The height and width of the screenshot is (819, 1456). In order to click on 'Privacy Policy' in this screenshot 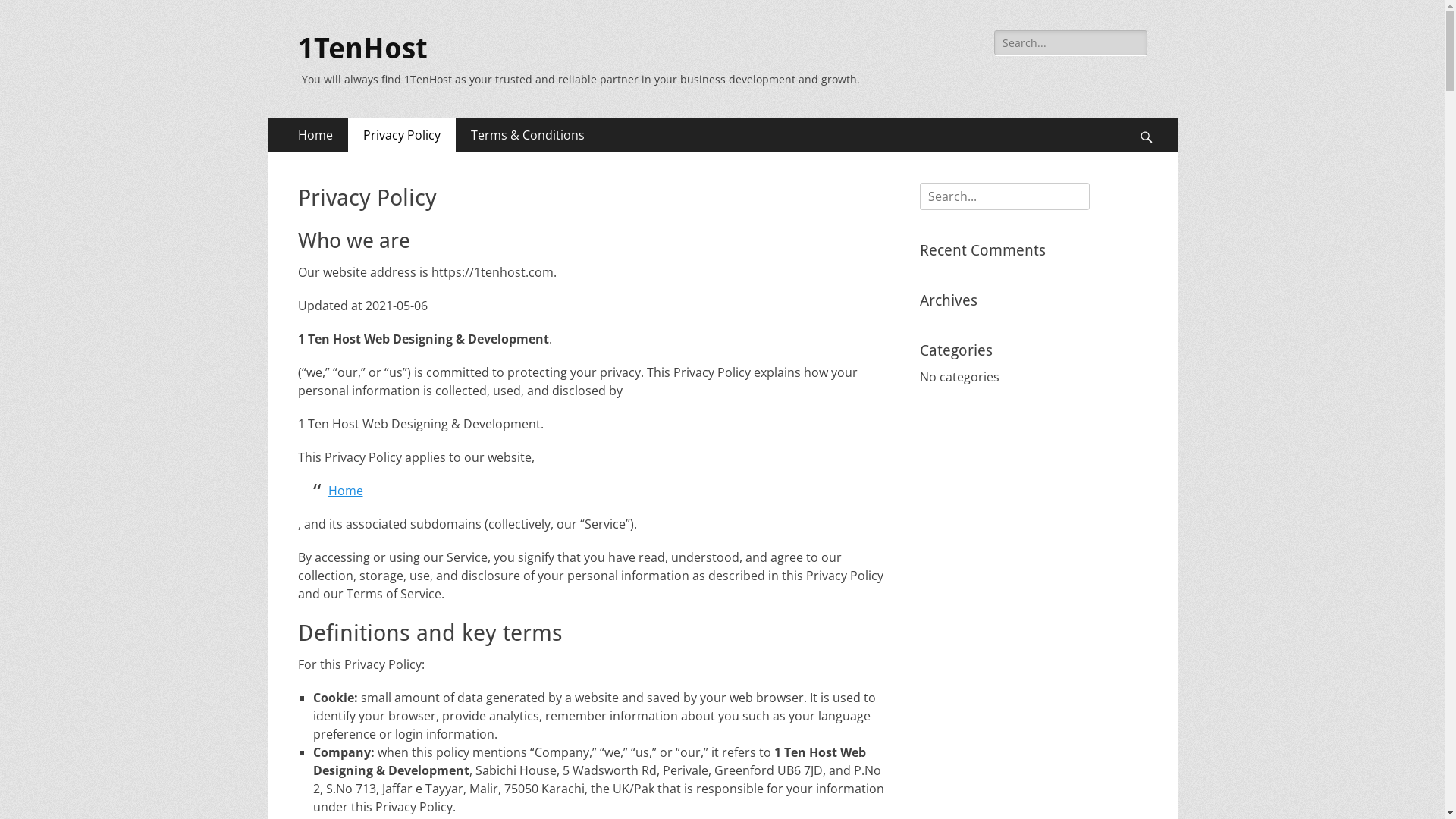, I will do `click(346, 133)`.